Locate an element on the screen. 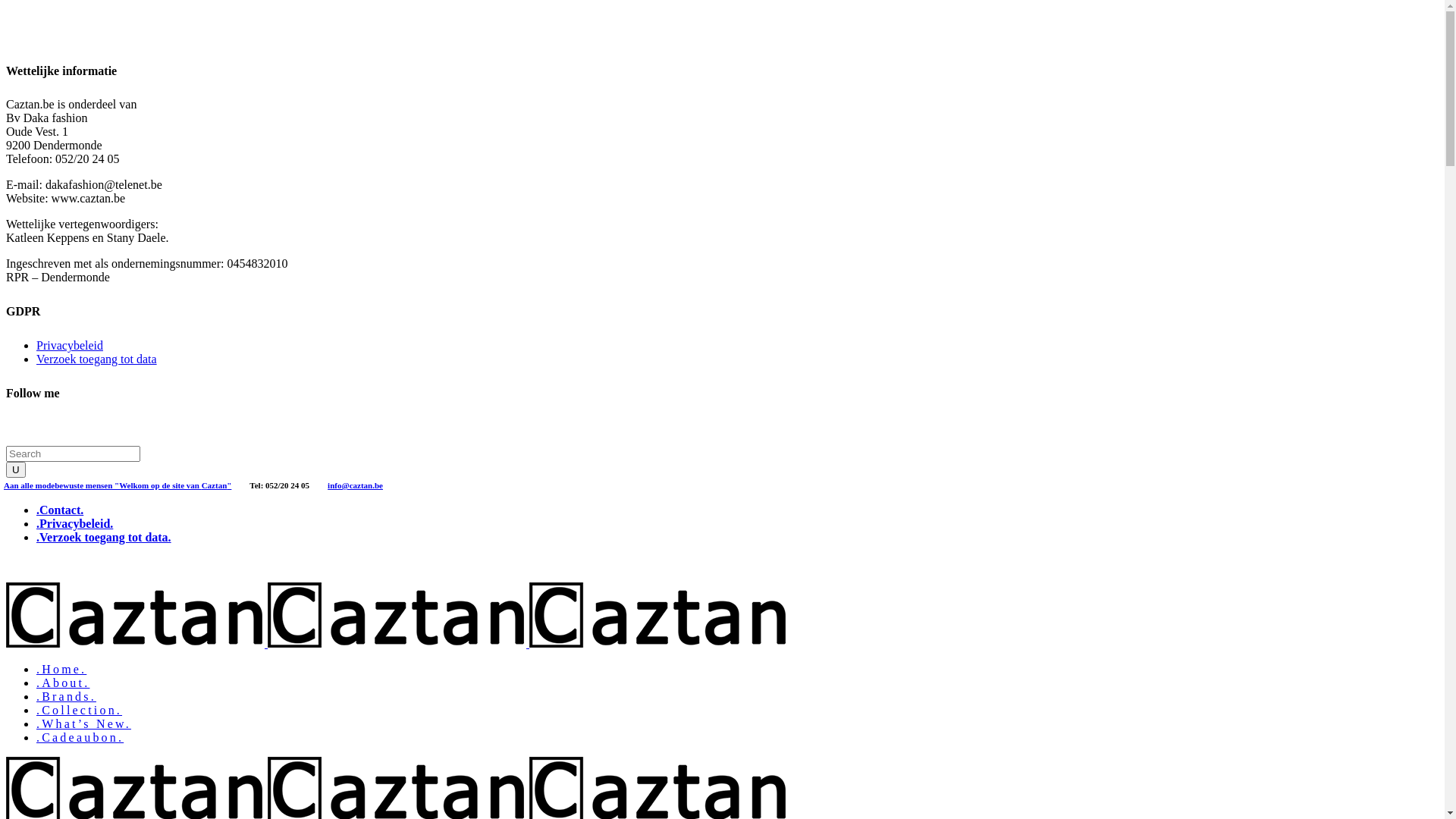 The image size is (1456, 819). 'info@caztan.be' is located at coordinates (327, 484).